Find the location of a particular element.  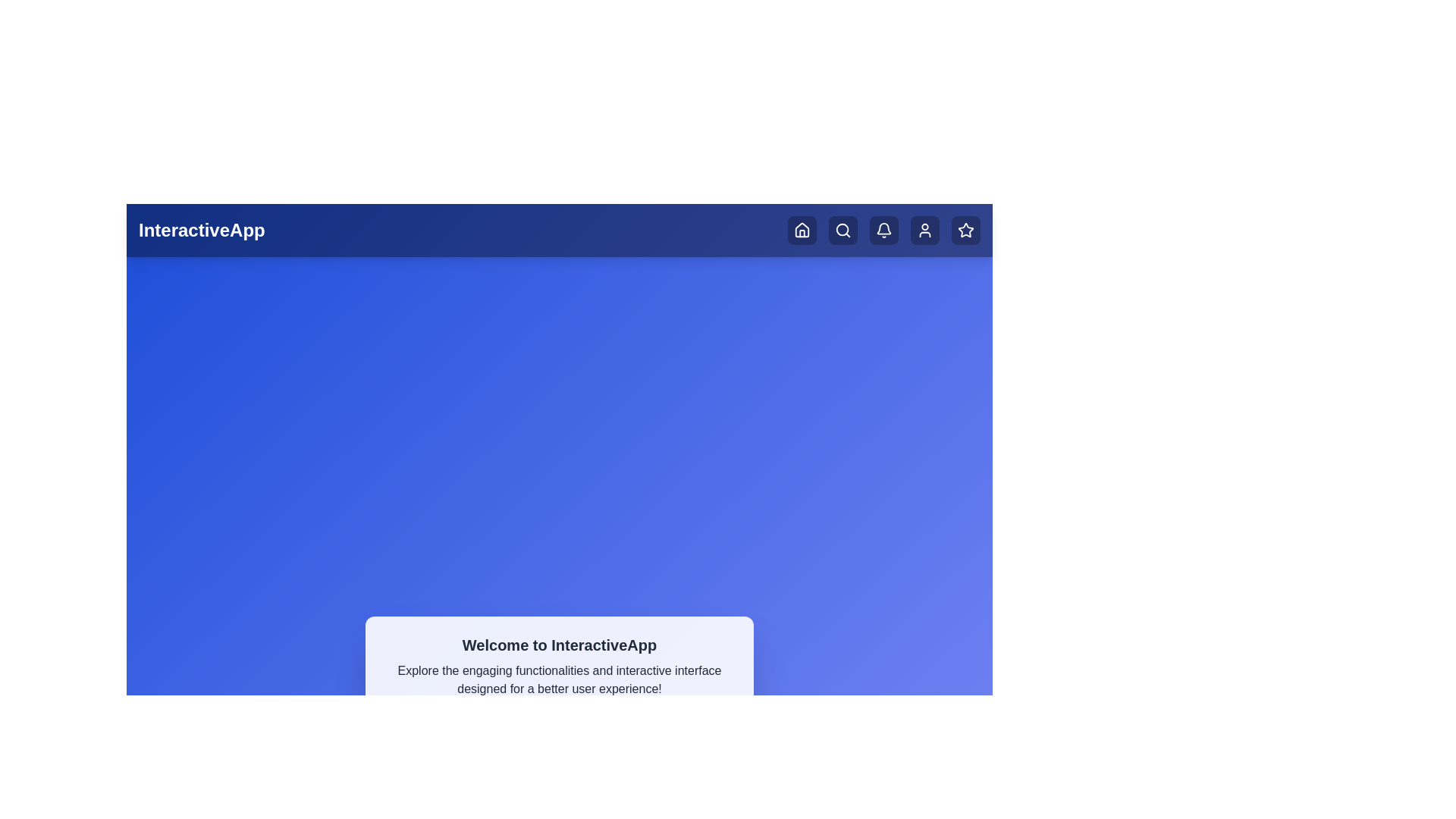

the search navigation button to navigate to the respective section is located at coordinates (843, 231).